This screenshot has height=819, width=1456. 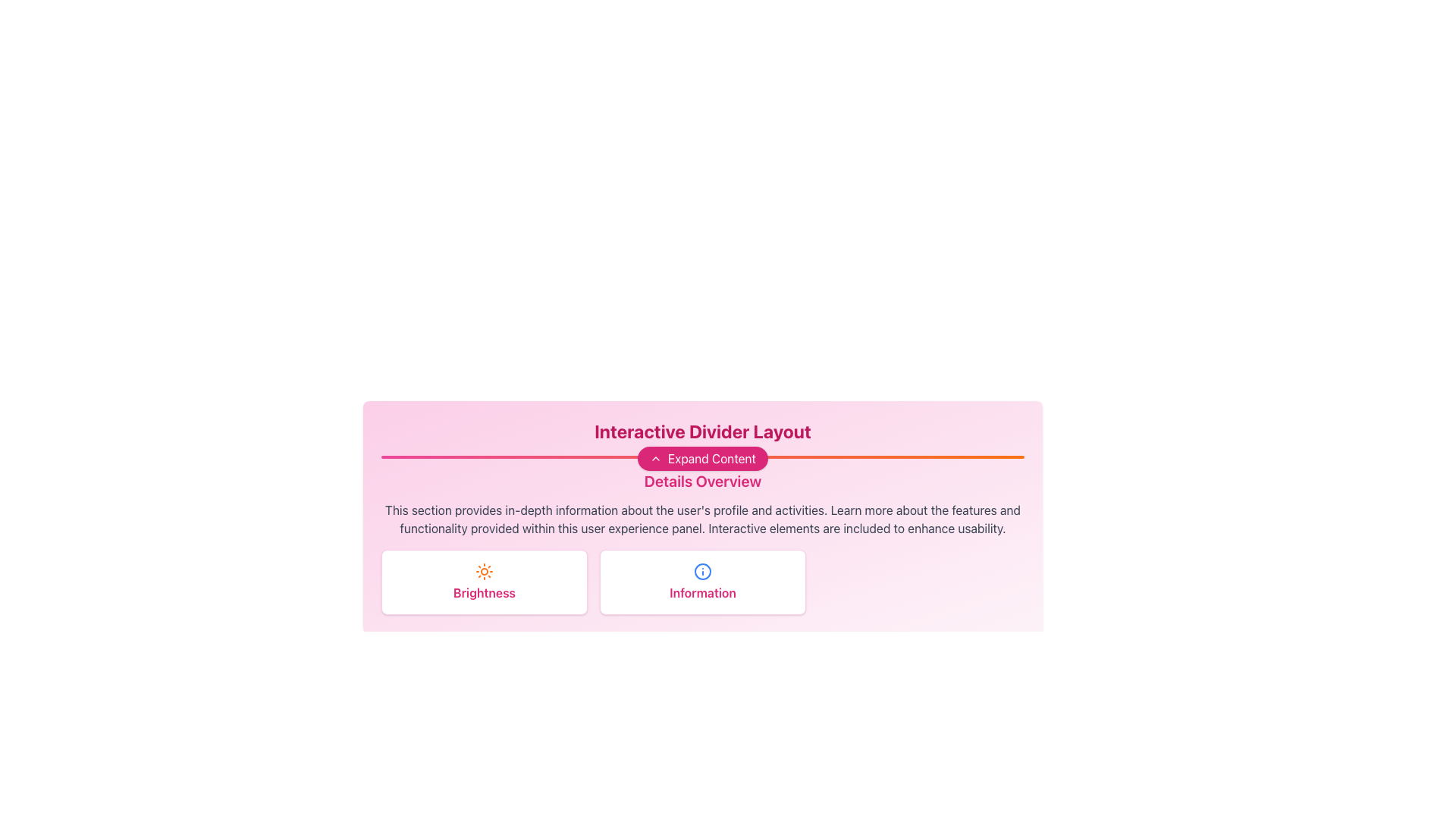 What do you see at coordinates (701, 571) in the screenshot?
I see `the circular information icon with a blue outline and hollow center, located above the text 'Information' within a pink-themed interface` at bounding box center [701, 571].